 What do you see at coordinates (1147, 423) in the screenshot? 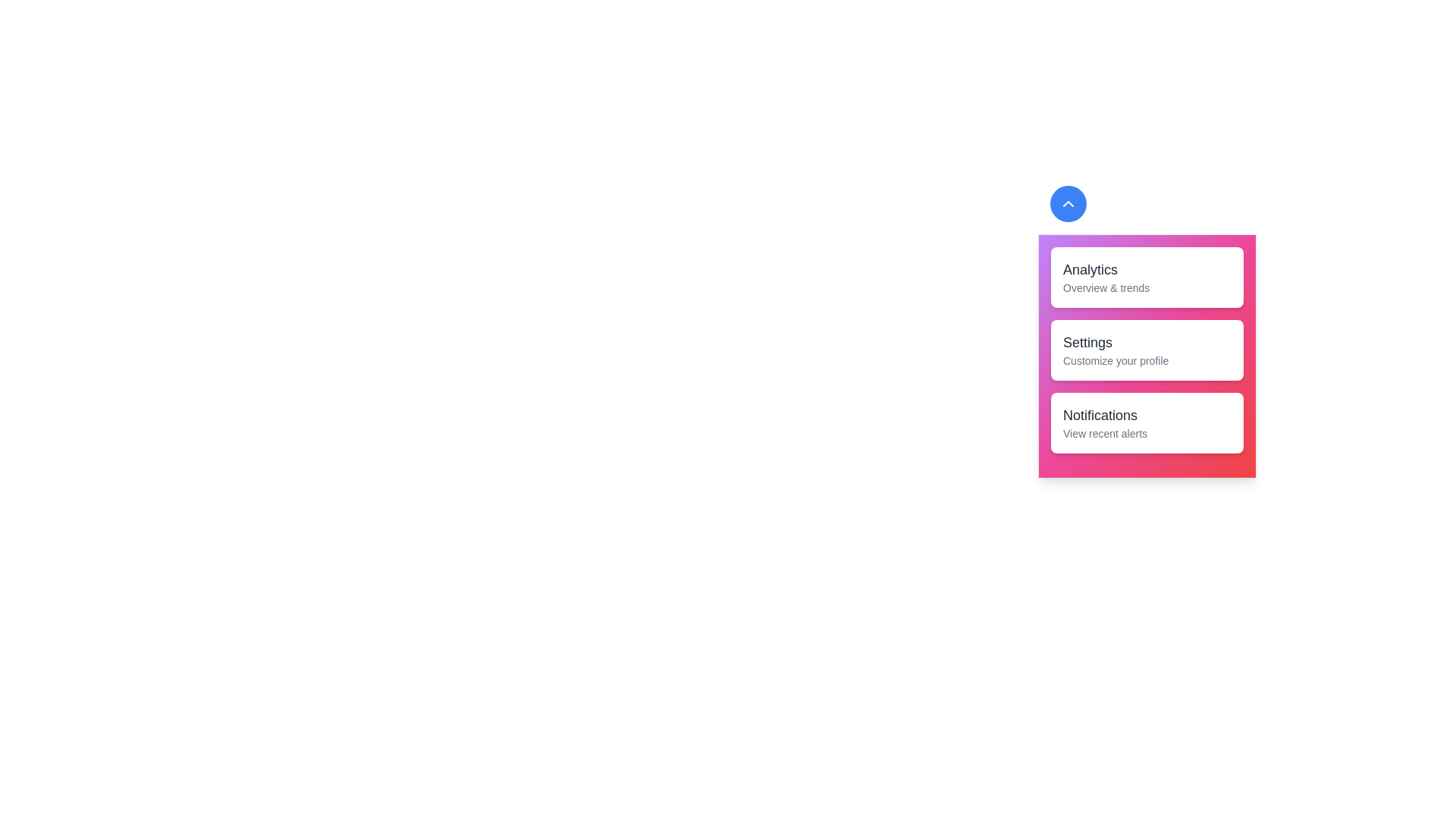
I see `the Notifications card in the drawer` at bounding box center [1147, 423].